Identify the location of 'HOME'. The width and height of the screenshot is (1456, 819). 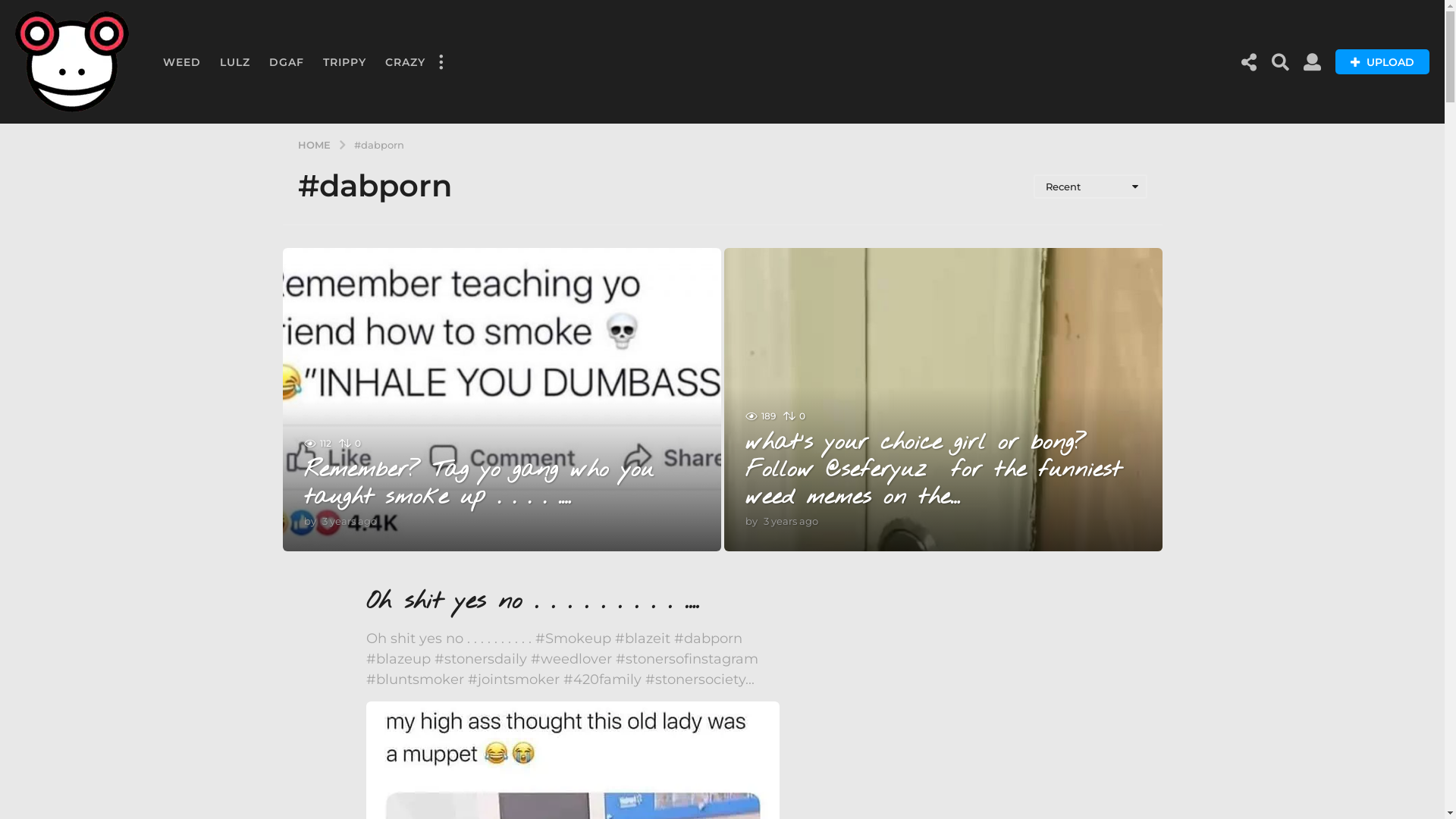
(314, 143).